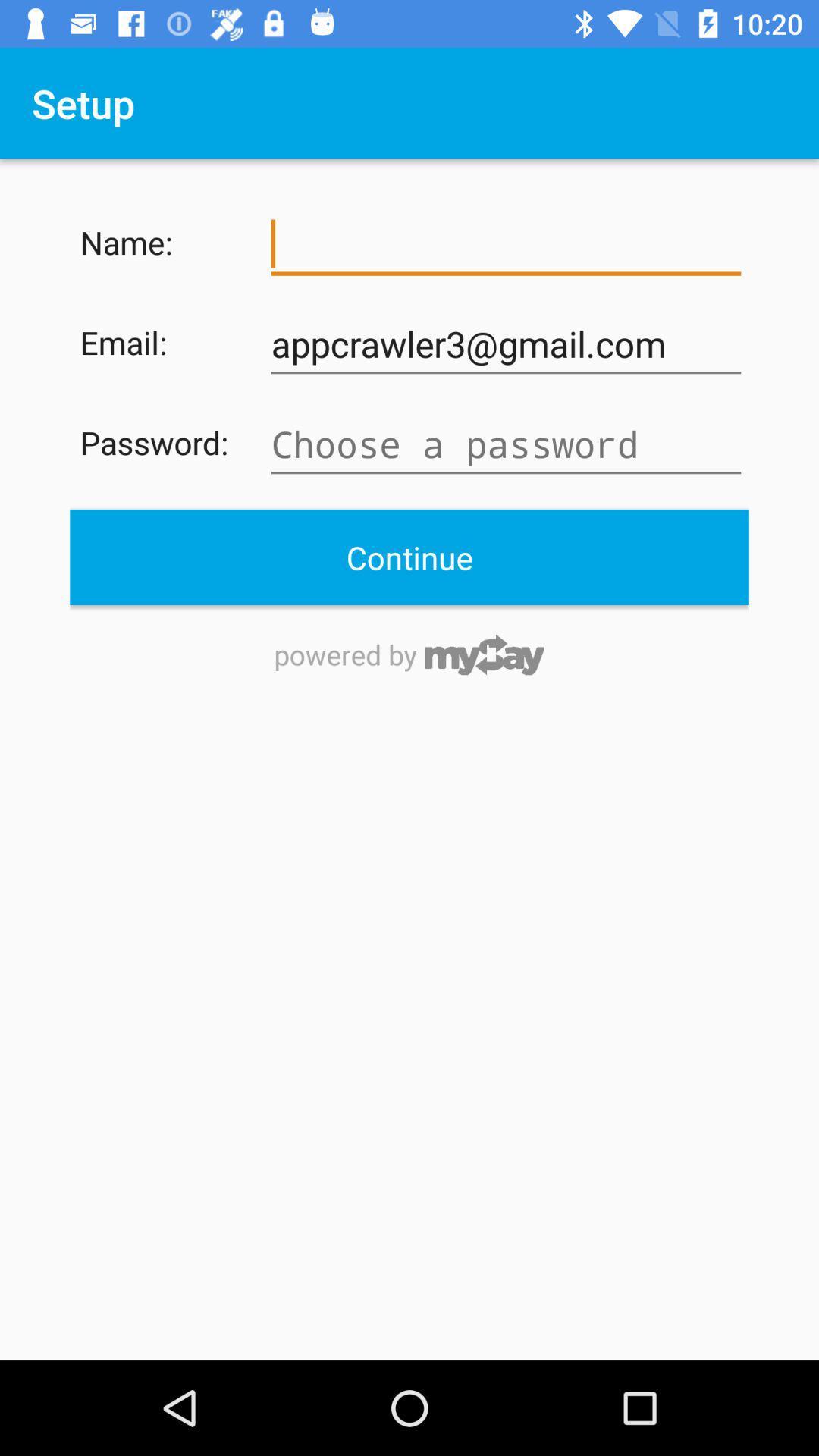 Image resolution: width=819 pixels, height=1456 pixels. What do you see at coordinates (506, 444) in the screenshot?
I see `the icon above continue icon` at bounding box center [506, 444].